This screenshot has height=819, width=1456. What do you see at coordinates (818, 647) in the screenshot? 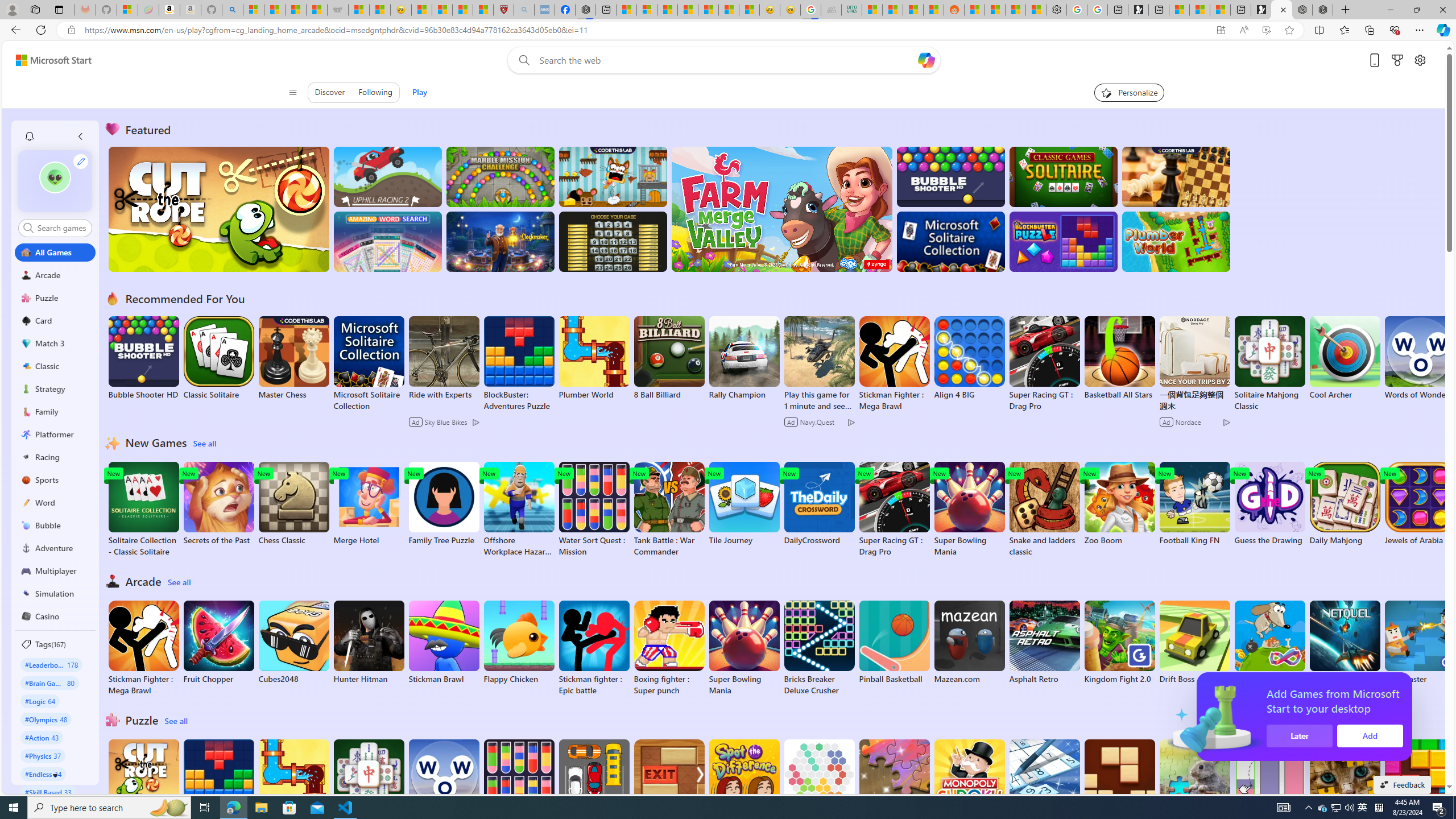
I see `'Bricks Breaker Deluxe Crusher'` at bounding box center [818, 647].